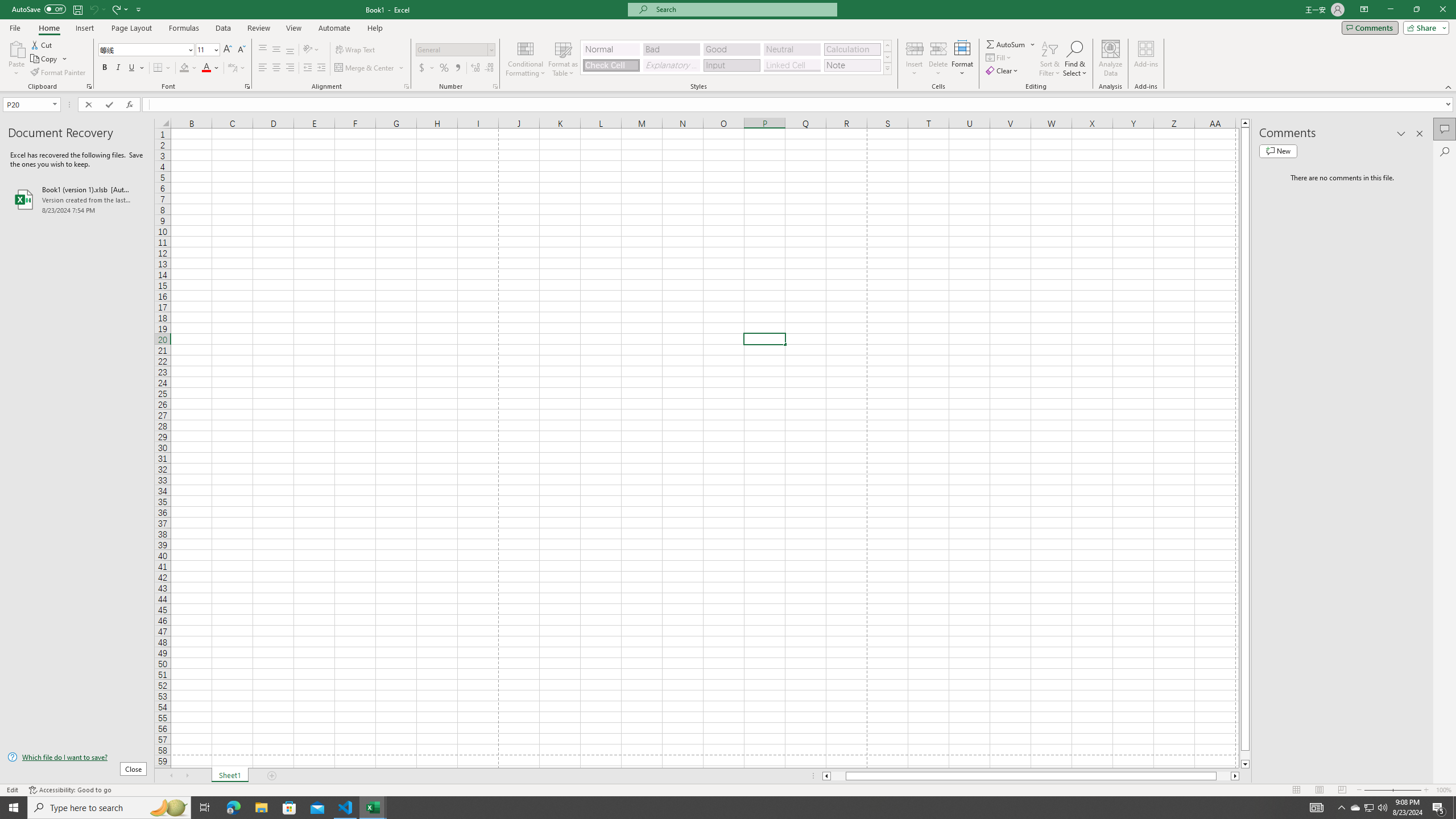  What do you see at coordinates (791, 49) in the screenshot?
I see `'Neutral'` at bounding box center [791, 49].